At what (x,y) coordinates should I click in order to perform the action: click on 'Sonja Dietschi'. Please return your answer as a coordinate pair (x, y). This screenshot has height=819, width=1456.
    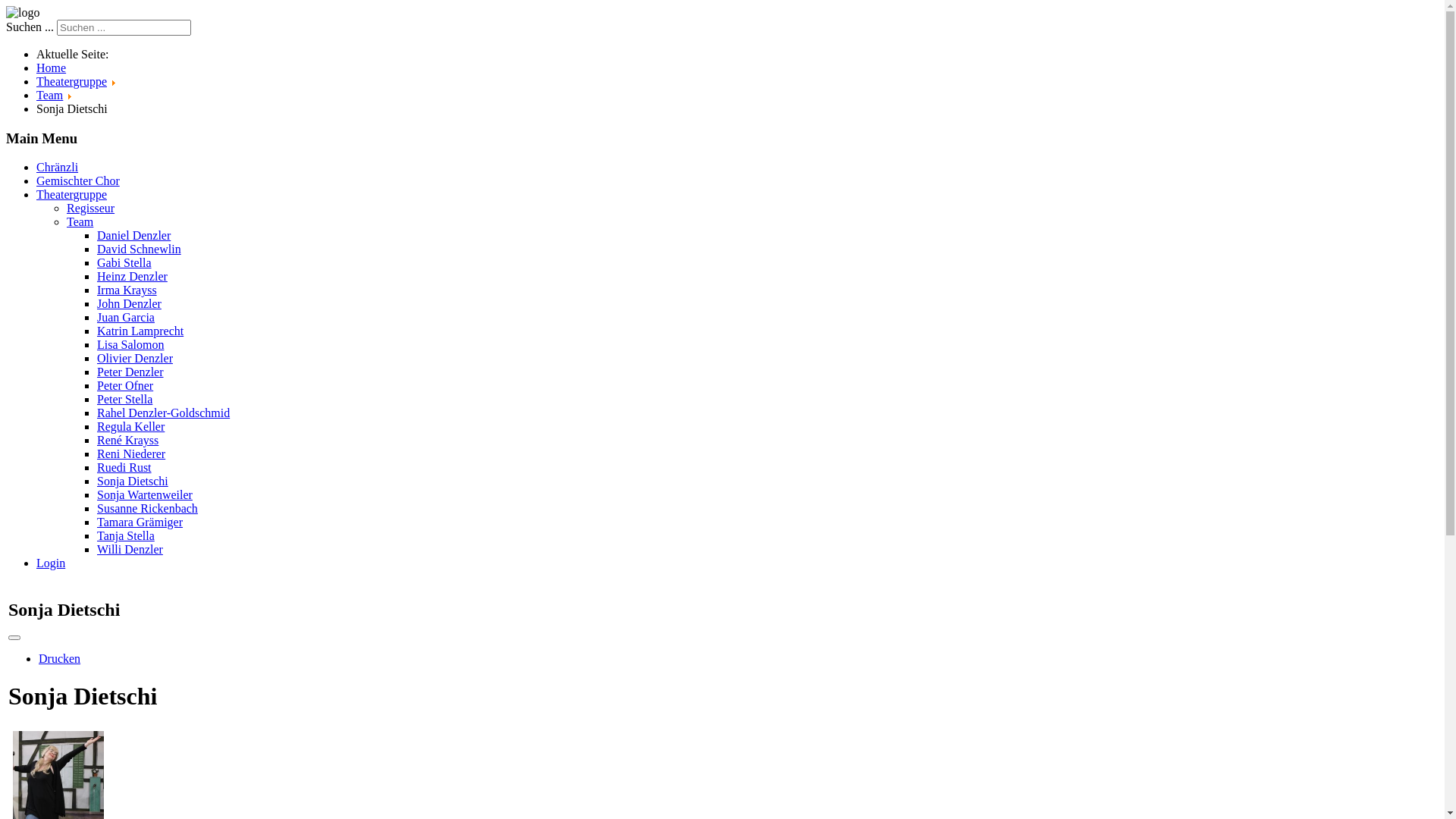
    Looking at the image, I should click on (96, 481).